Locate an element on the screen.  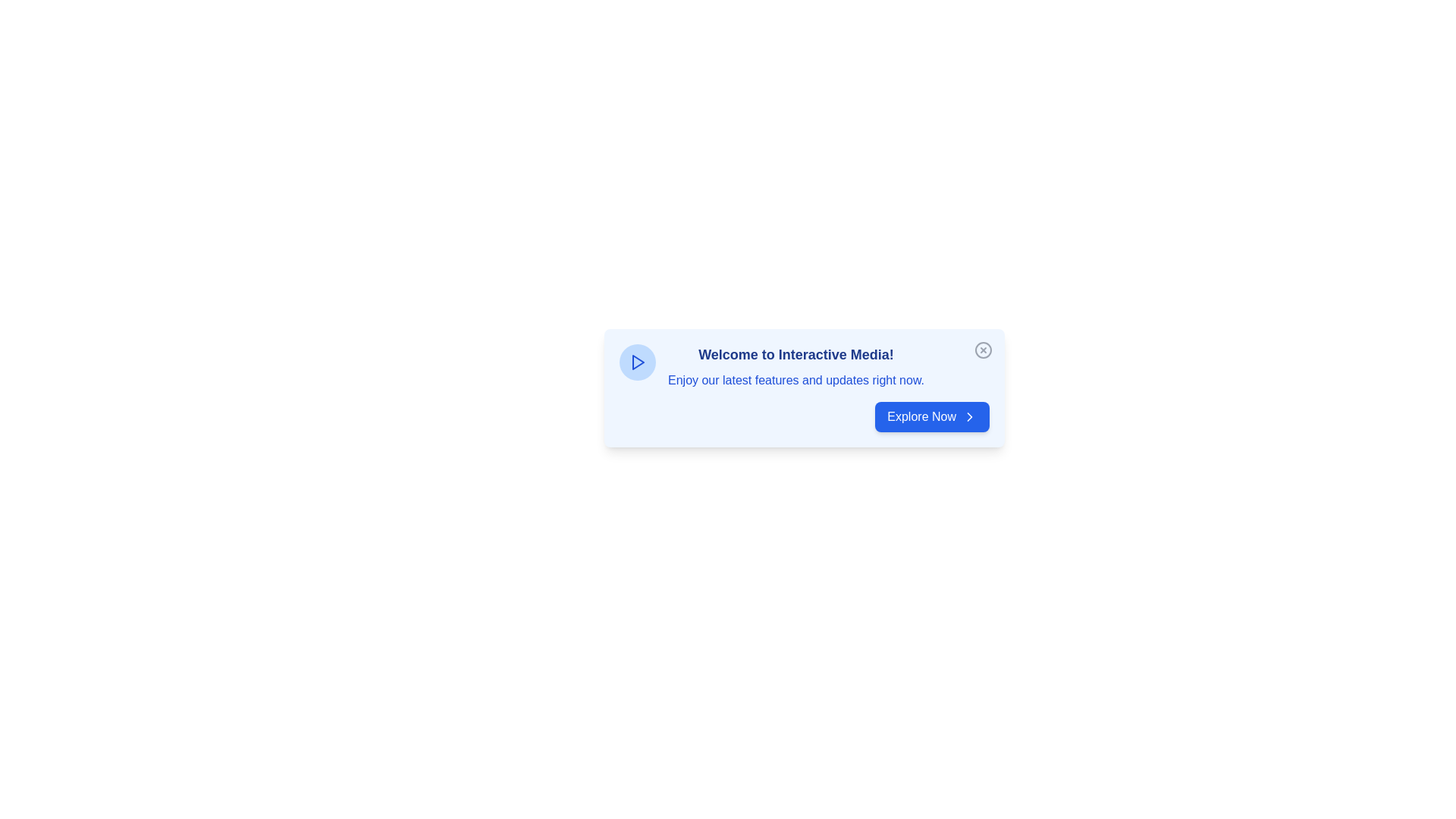
play button to toggle the media state is located at coordinates (637, 362).